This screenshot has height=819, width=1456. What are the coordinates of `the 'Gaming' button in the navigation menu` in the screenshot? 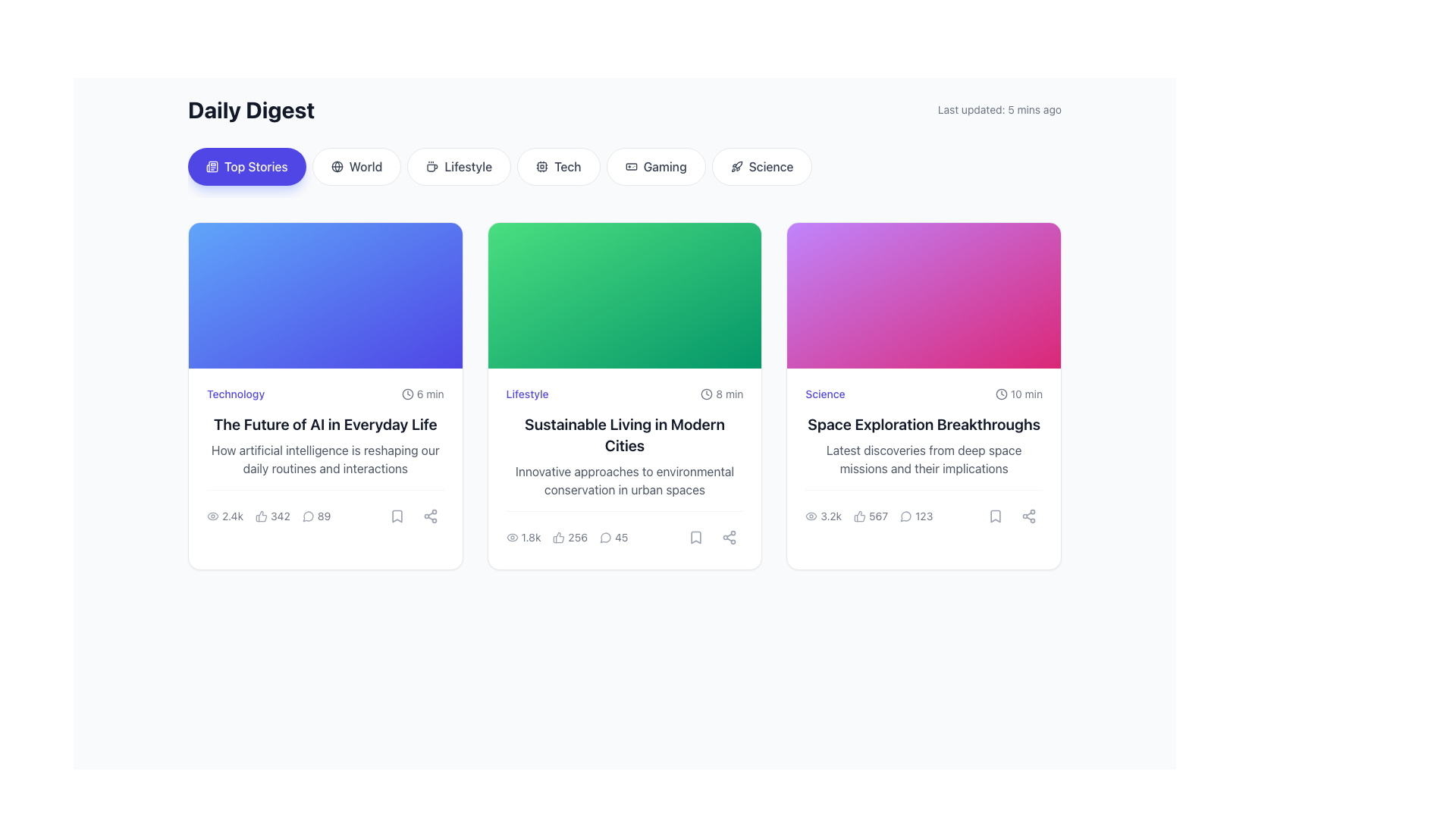 It's located at (656, 166).